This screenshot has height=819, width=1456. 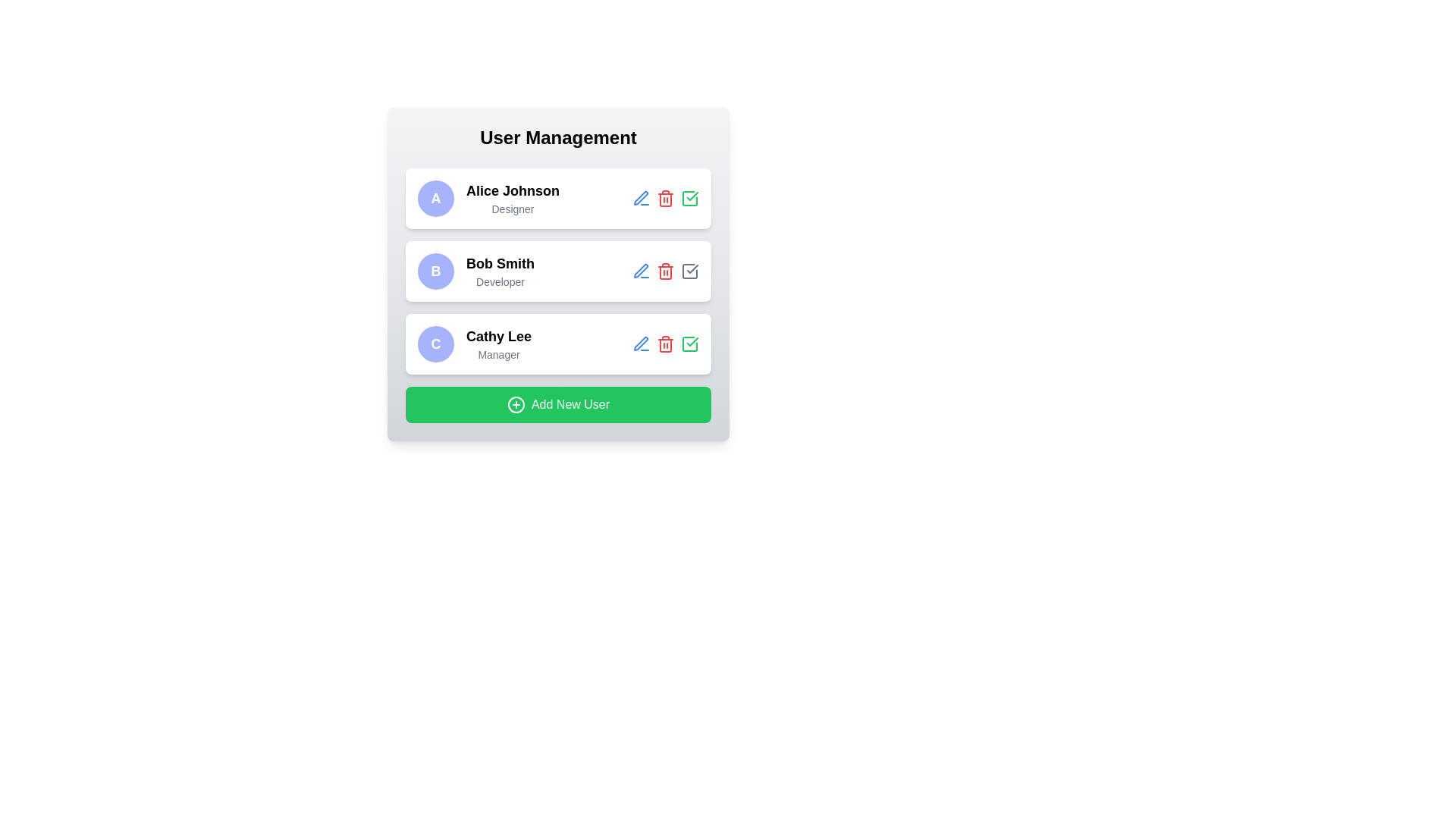 What do you see at coordinates (498, 335) in the screenshot?
I see `the text label displaying 'Cathy Lee', which is styled in bold and positioned above the designation label 'Manager' in the user card` at bounding box center [498, 335].